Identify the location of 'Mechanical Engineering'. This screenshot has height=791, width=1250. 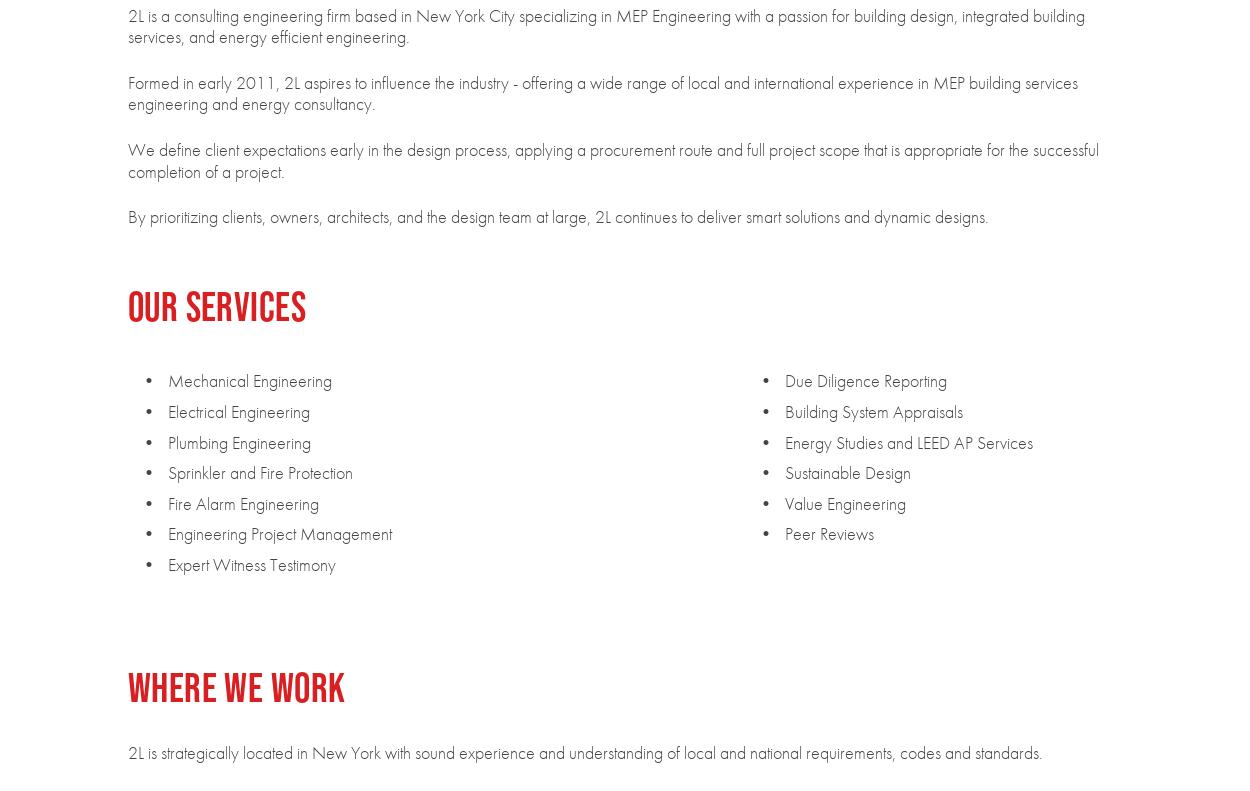
(167, 379).